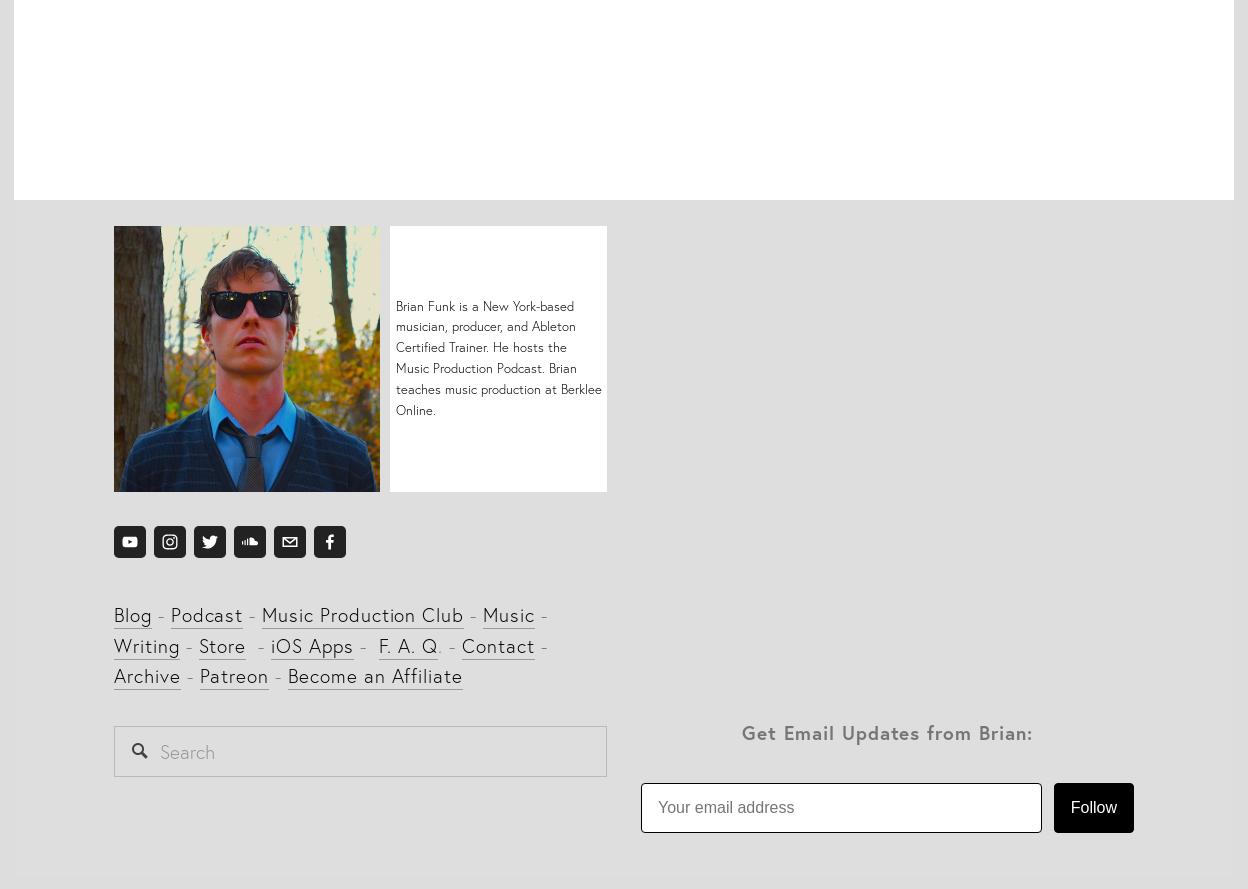 This screenshot has height=889, width=1248. Describe the element at coordinates (146, 644) in the screenshot. I see `'Writing'` at that location.